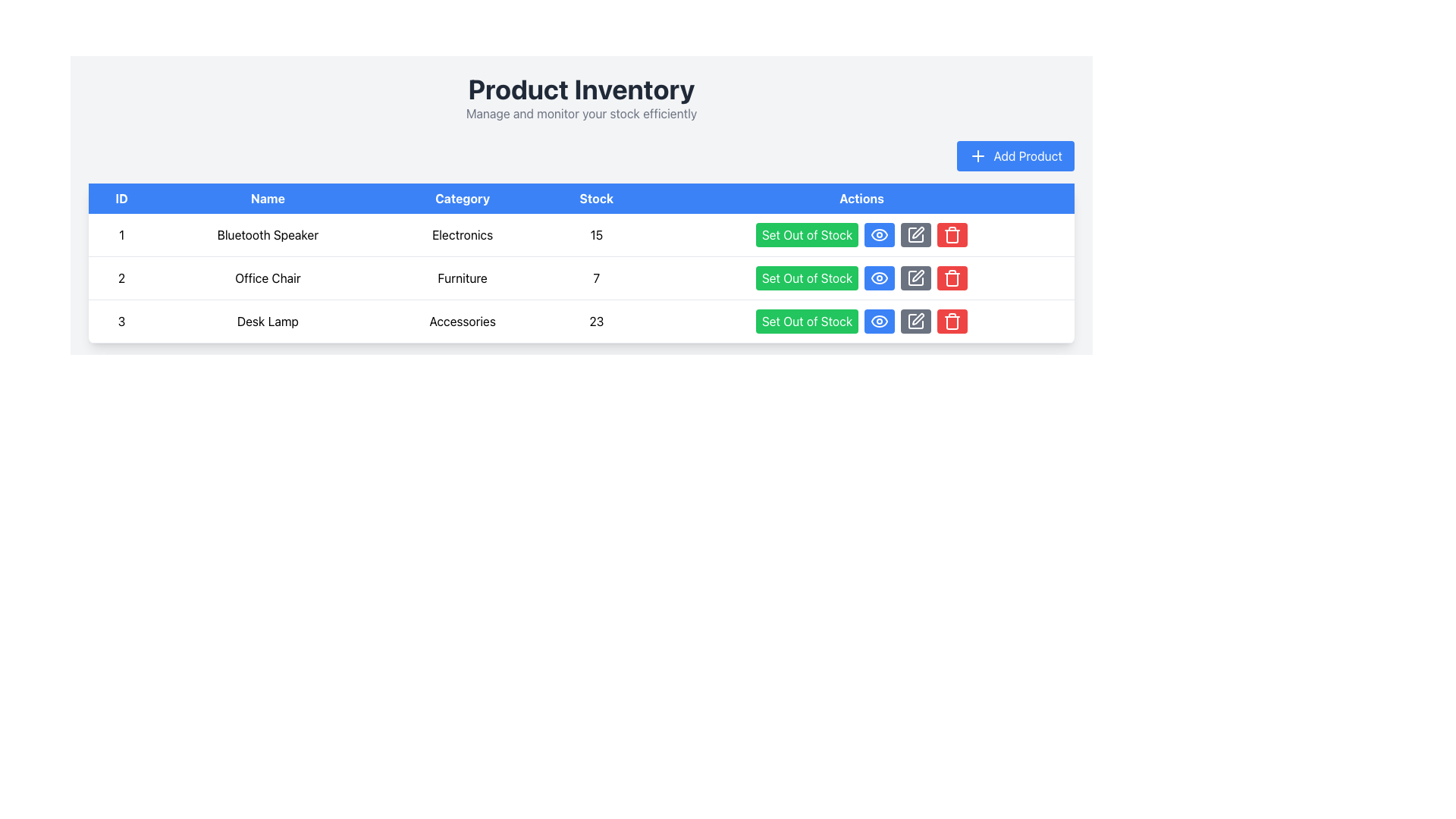  What do you see at coordinates (121, 321) in the screenshot?
I see `value of the numeral '3' displayed in bold, black font in the first column of the third row of a table under the column header 'ID'` at bounding box center [121, 321].